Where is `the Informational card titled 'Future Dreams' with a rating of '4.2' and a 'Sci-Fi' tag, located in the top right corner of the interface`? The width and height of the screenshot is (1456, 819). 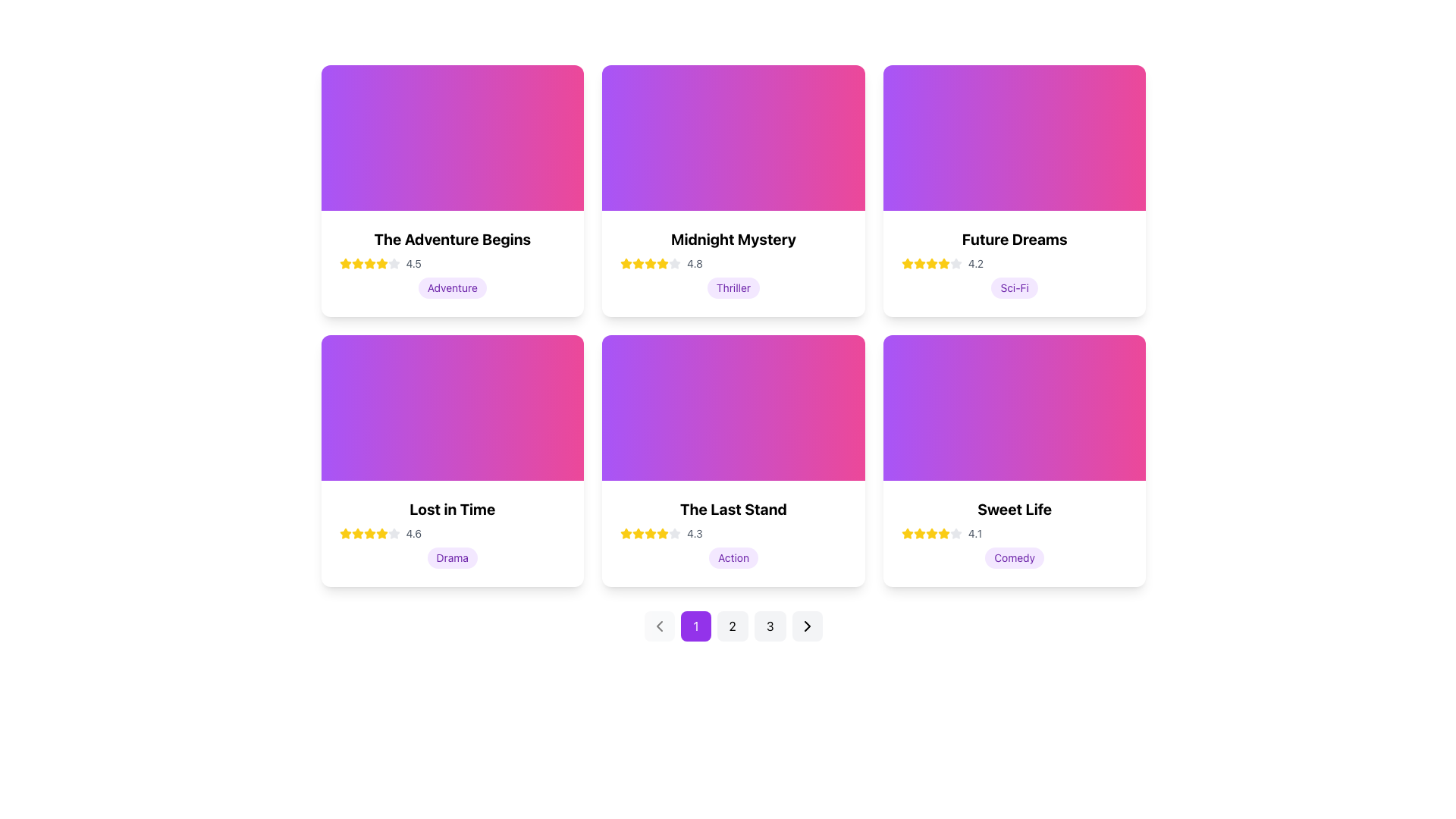
the Informational card titled 'Future Dreams' with a rating of '4.2' and a 'Sci-Fi' tag, located in the top right corner of the interface is located at coordinates (1015, 190).